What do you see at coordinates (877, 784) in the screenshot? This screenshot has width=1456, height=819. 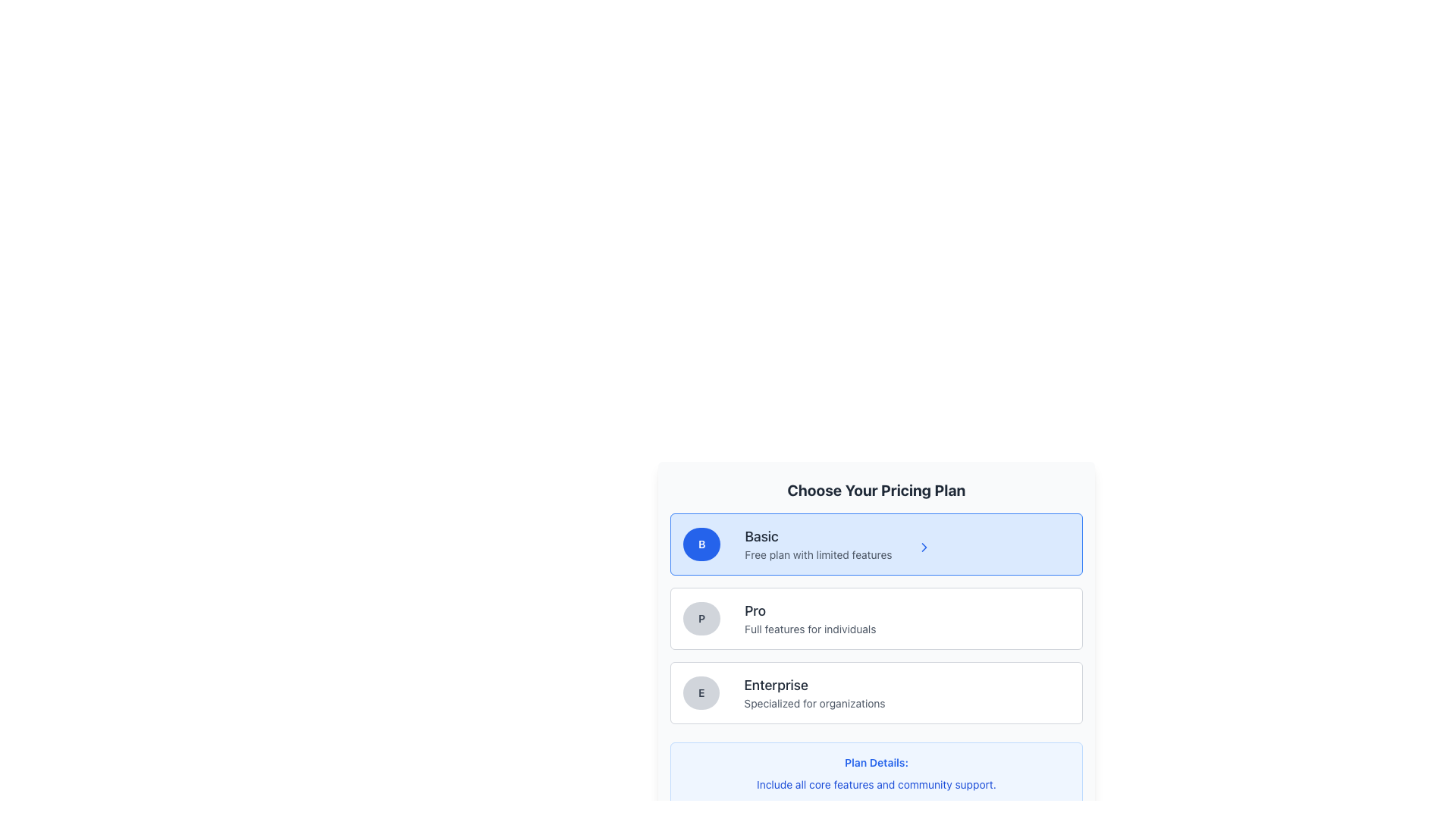 I see `the static text label that provides informative details about the features included in the pricing plan, located directly below the headline 'Plan Details:' in the pricing interface` at bounding box center [877, 784].